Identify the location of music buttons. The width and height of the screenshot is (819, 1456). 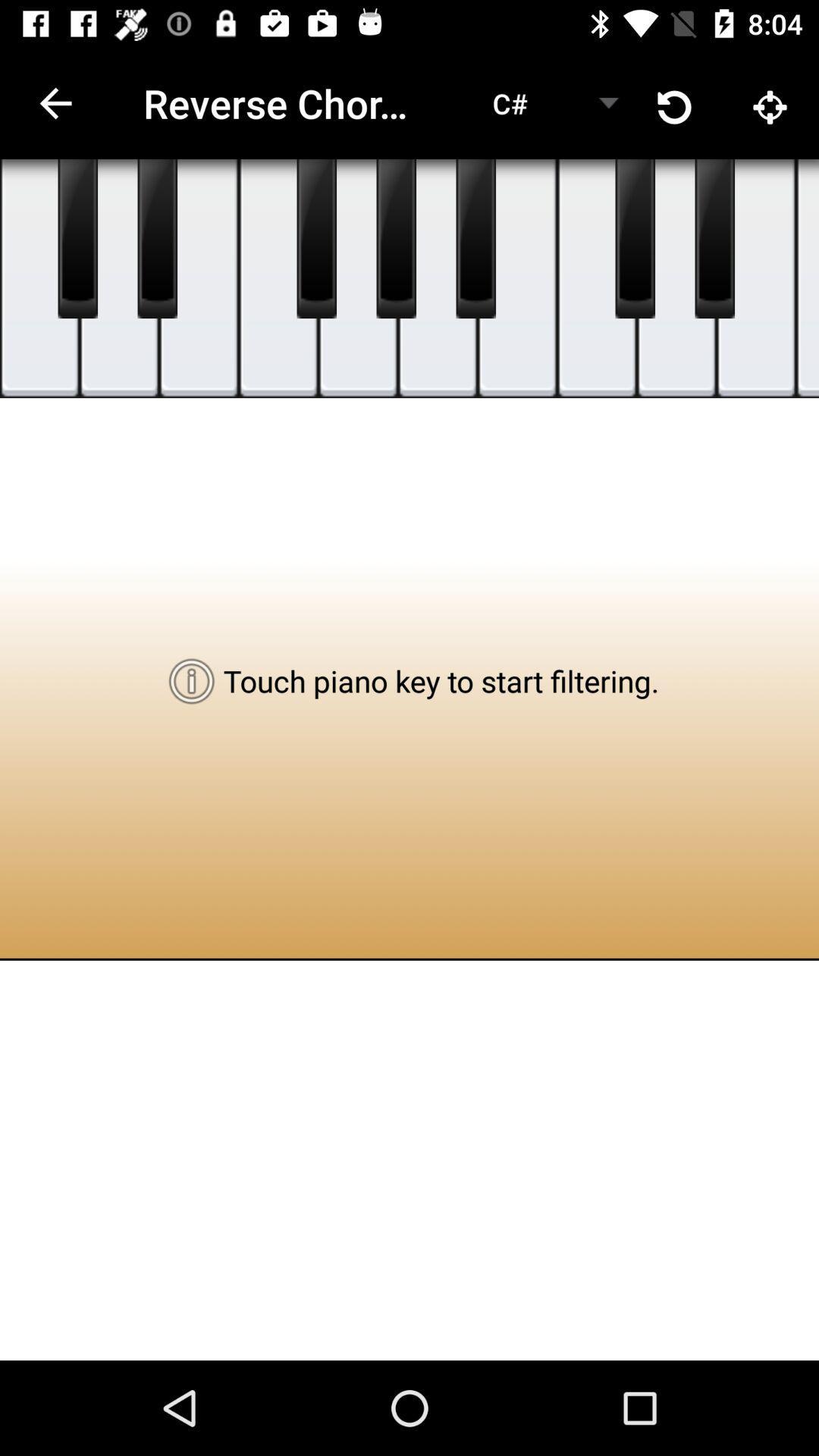
(315, 238).